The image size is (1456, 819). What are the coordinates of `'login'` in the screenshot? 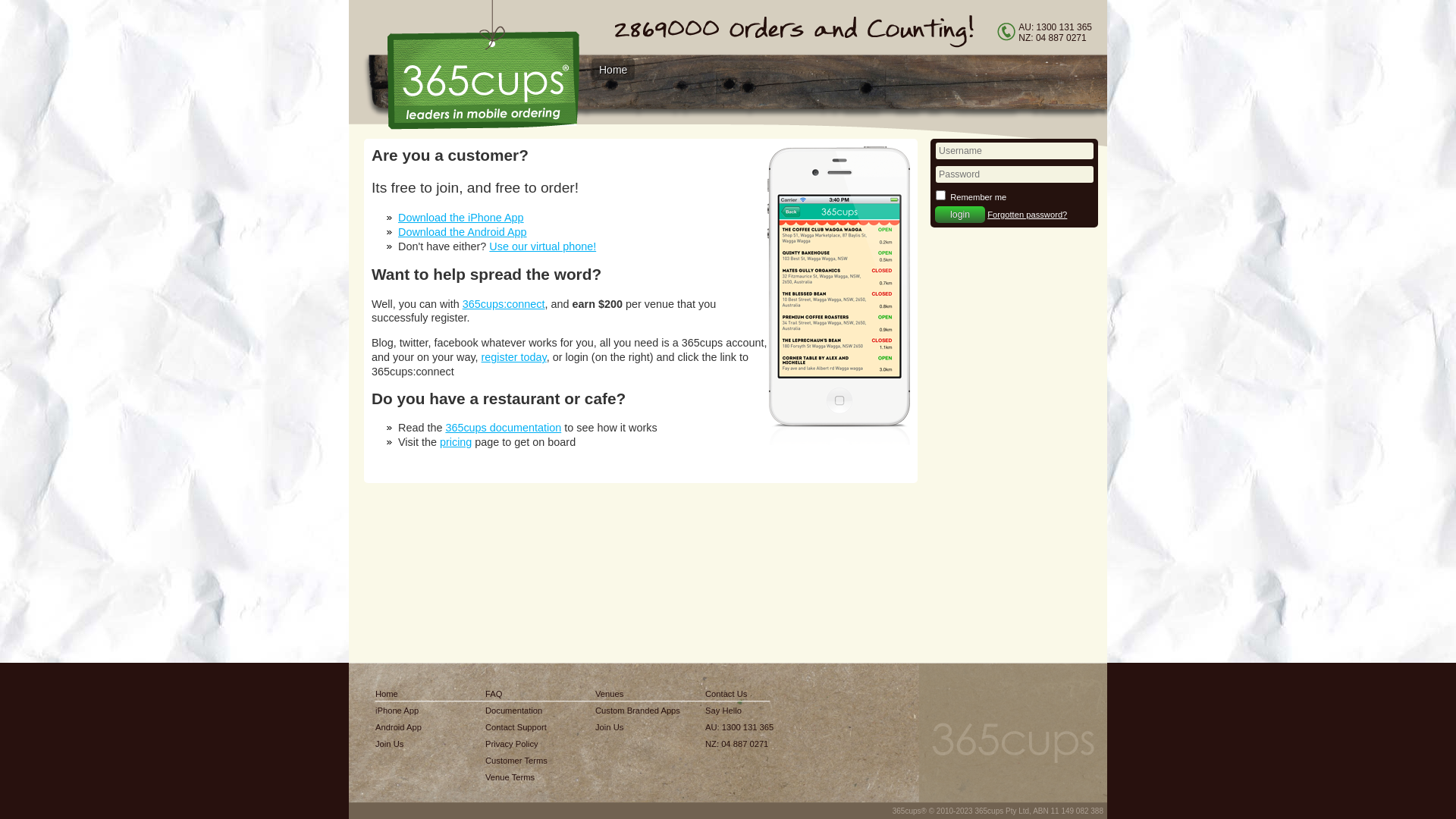 It's located at (959, 214).